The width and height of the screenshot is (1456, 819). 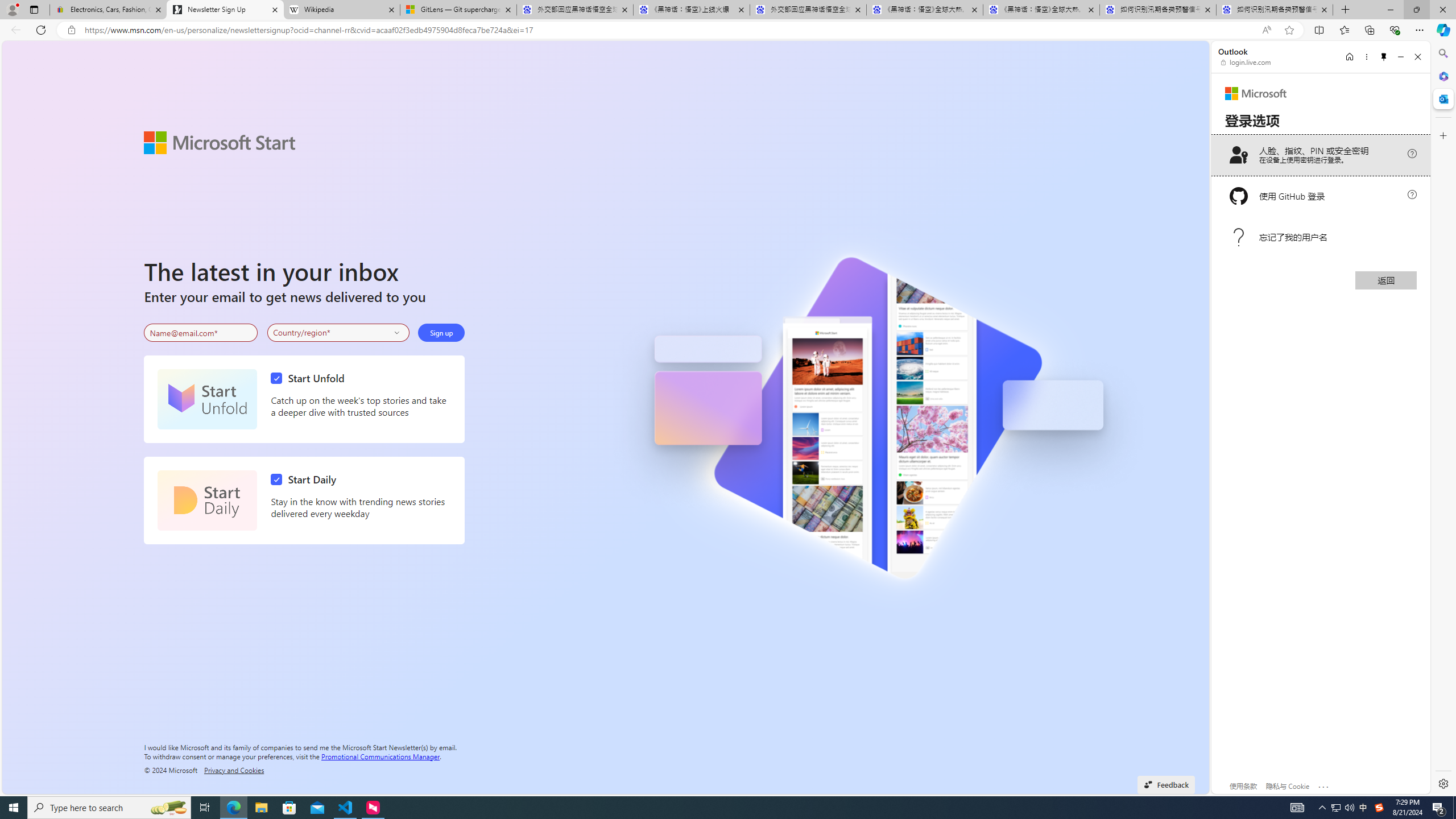 What do you see at coordinates (380, 755) in the screenshot?
I see `'Promotional Communications Manager'` at bounding box center [380, 755].